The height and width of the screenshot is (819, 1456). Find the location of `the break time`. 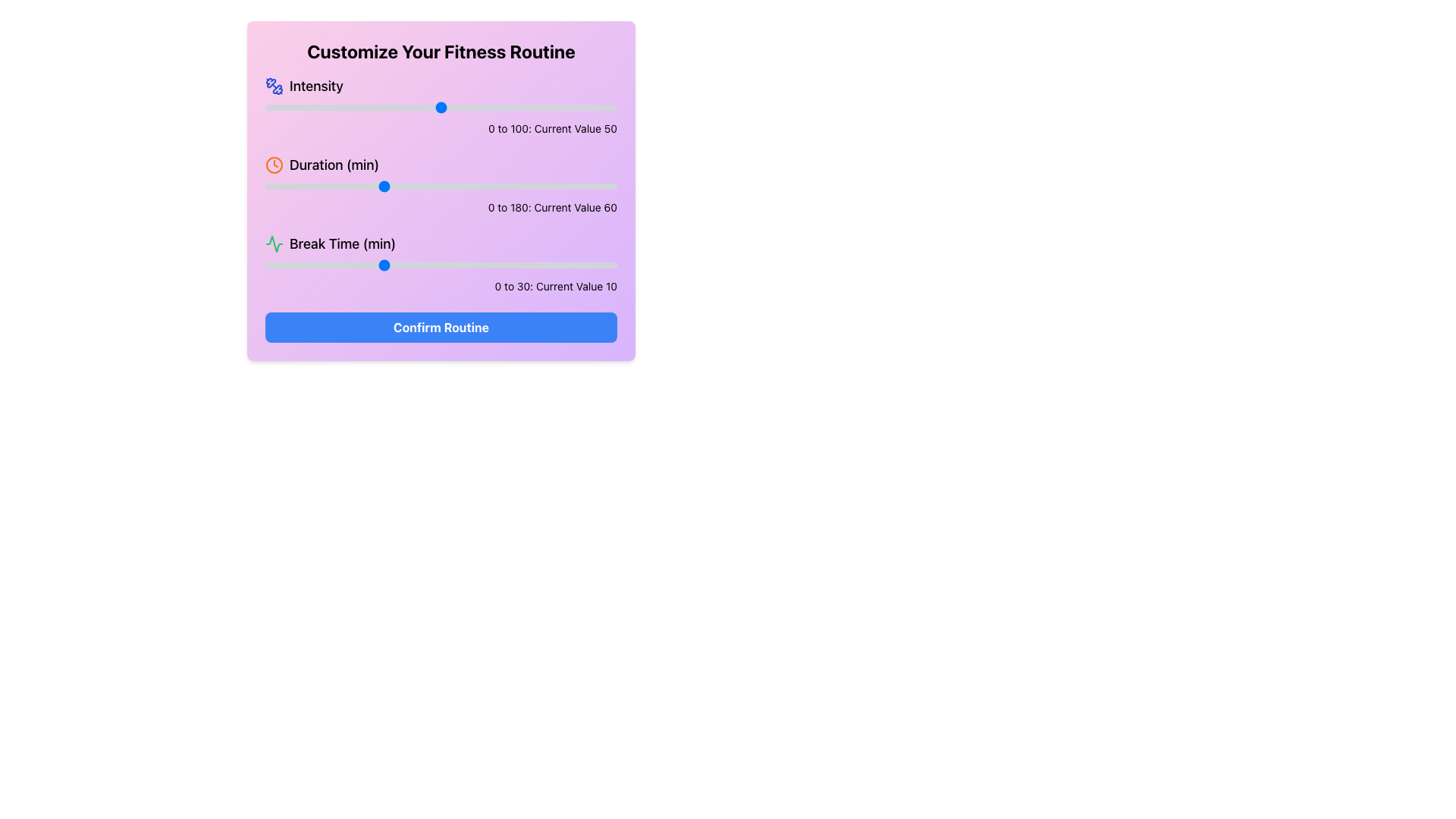

the break time is located at coordinates (500, 265).